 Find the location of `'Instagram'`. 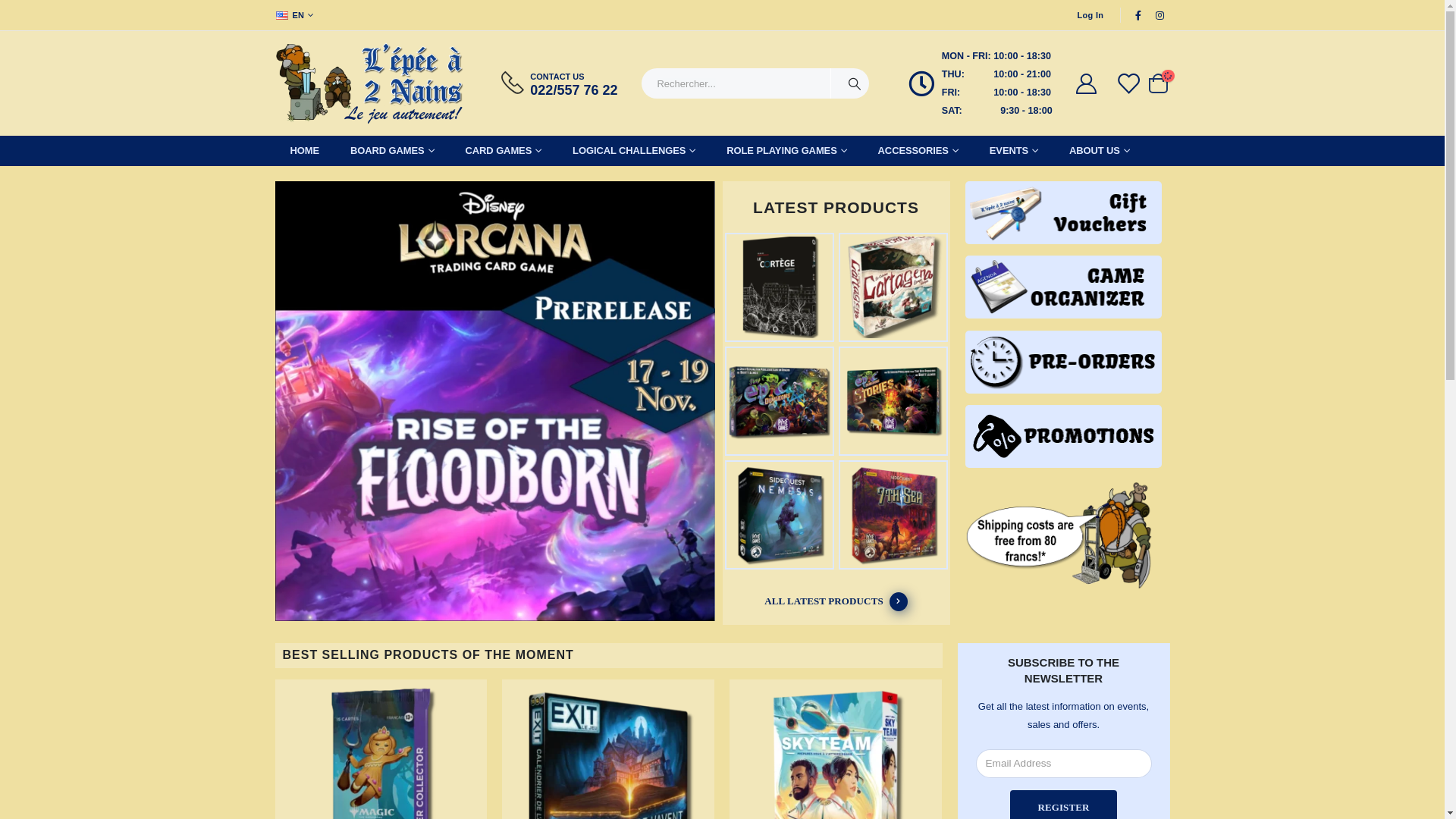

'Instagram' is located at coordinates (1159, 14).